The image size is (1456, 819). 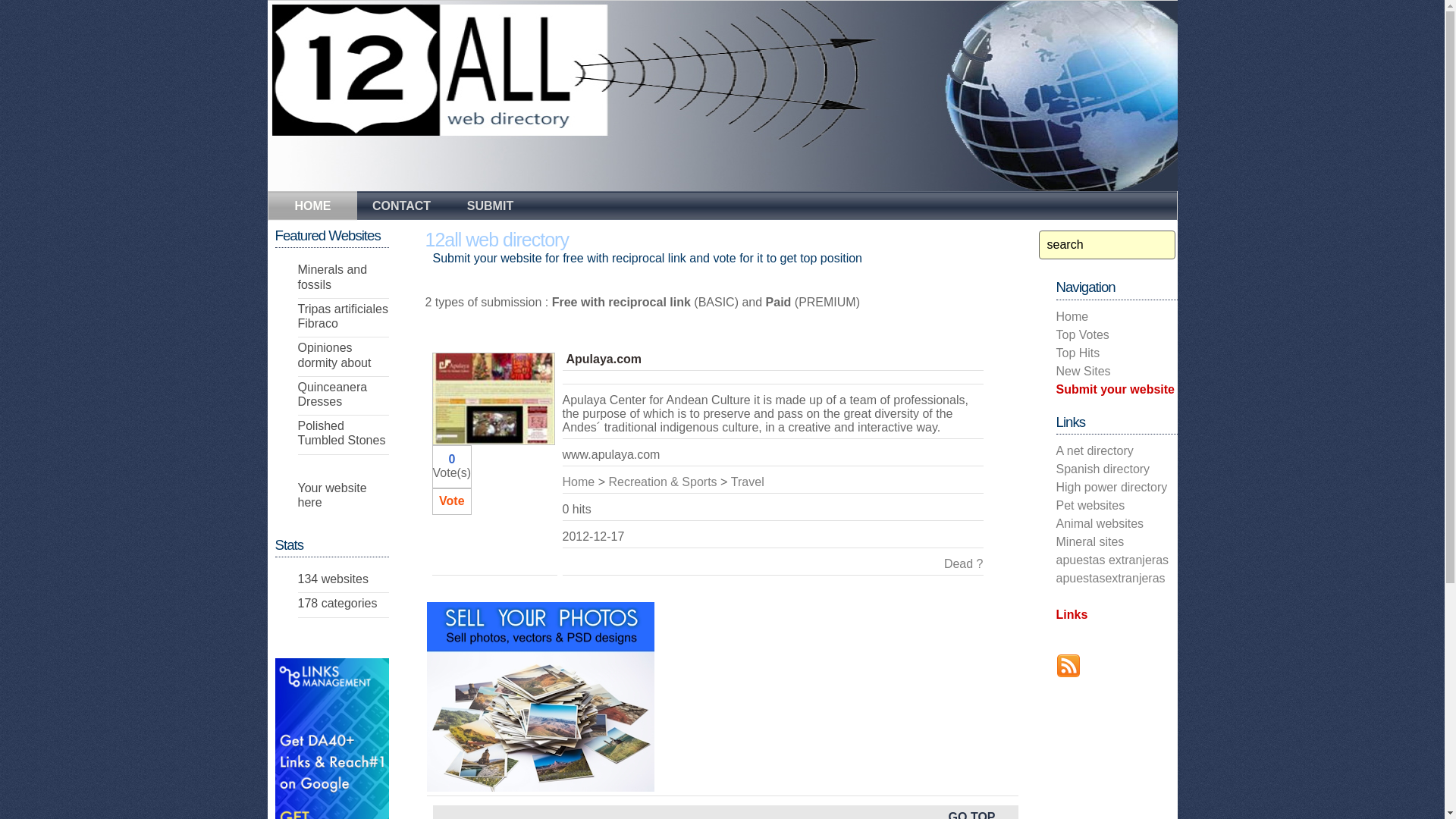 I want to click on 'Polished Tumbled Stones', so click(x=340, y=432).